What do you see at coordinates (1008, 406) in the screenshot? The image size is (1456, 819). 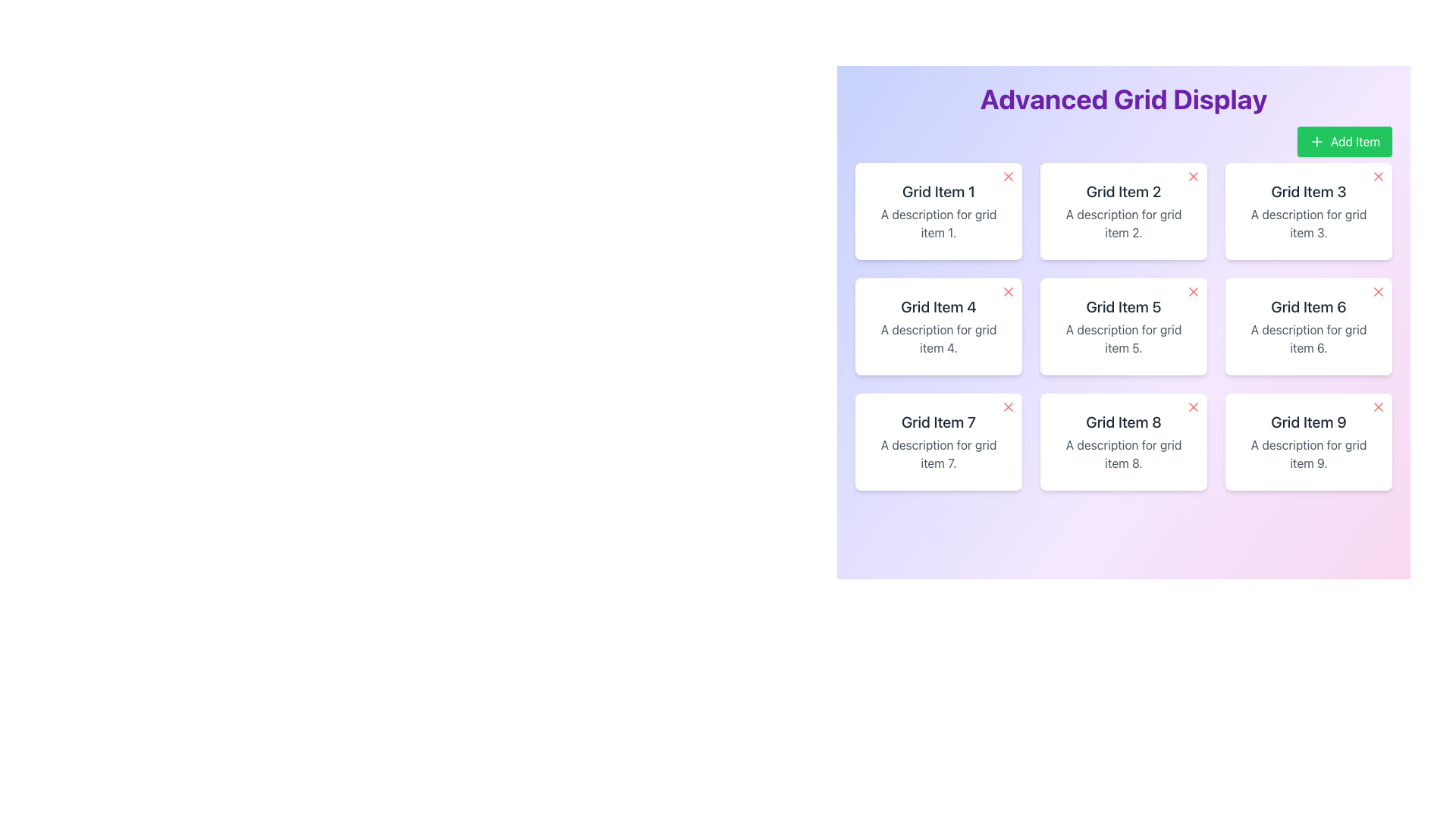 I see `the delete button located at the top-right corner of 'Grid Item 7'` at bounding box center [1008, 406].